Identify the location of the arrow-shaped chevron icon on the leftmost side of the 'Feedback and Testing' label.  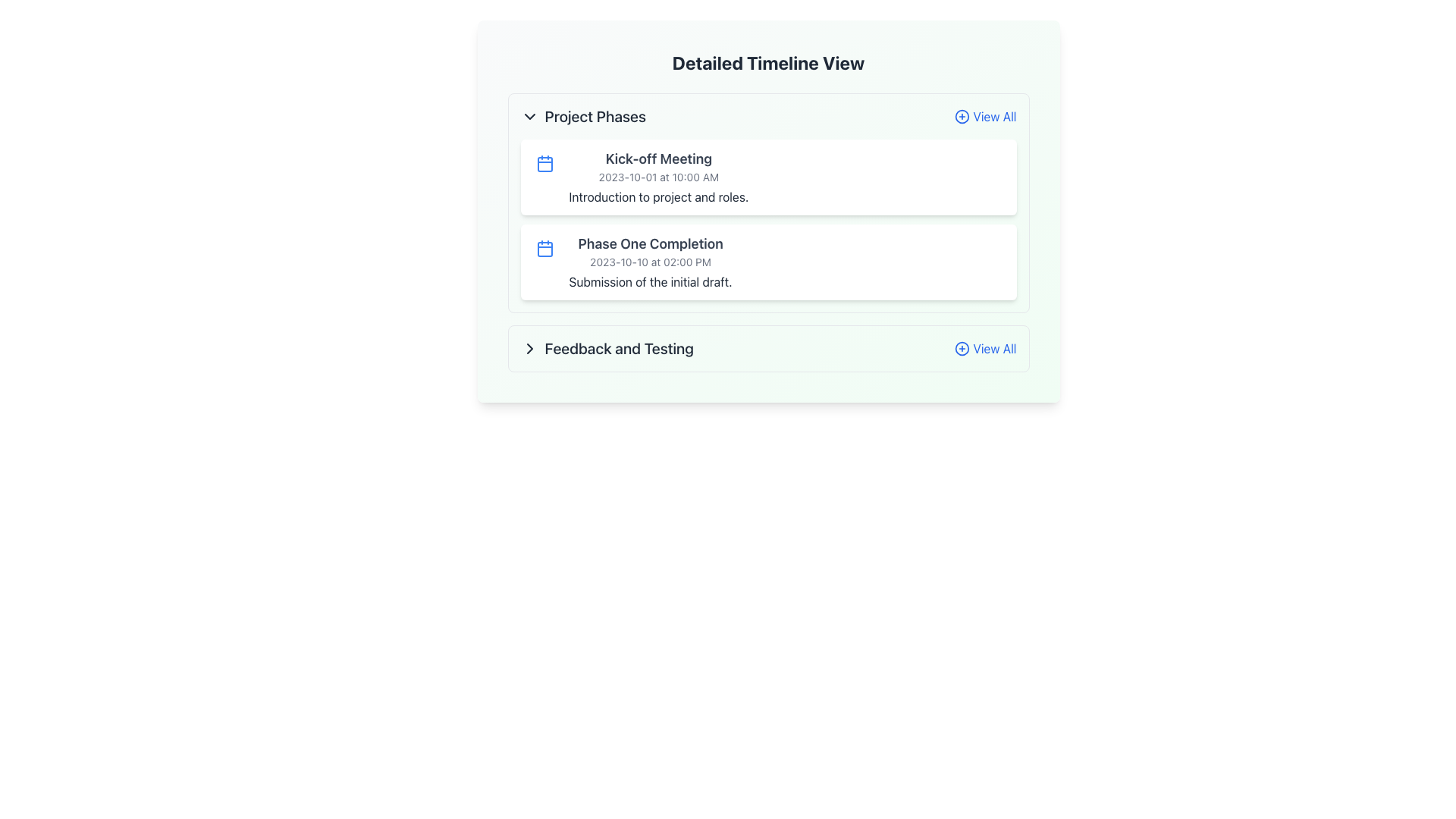
(529, 348).